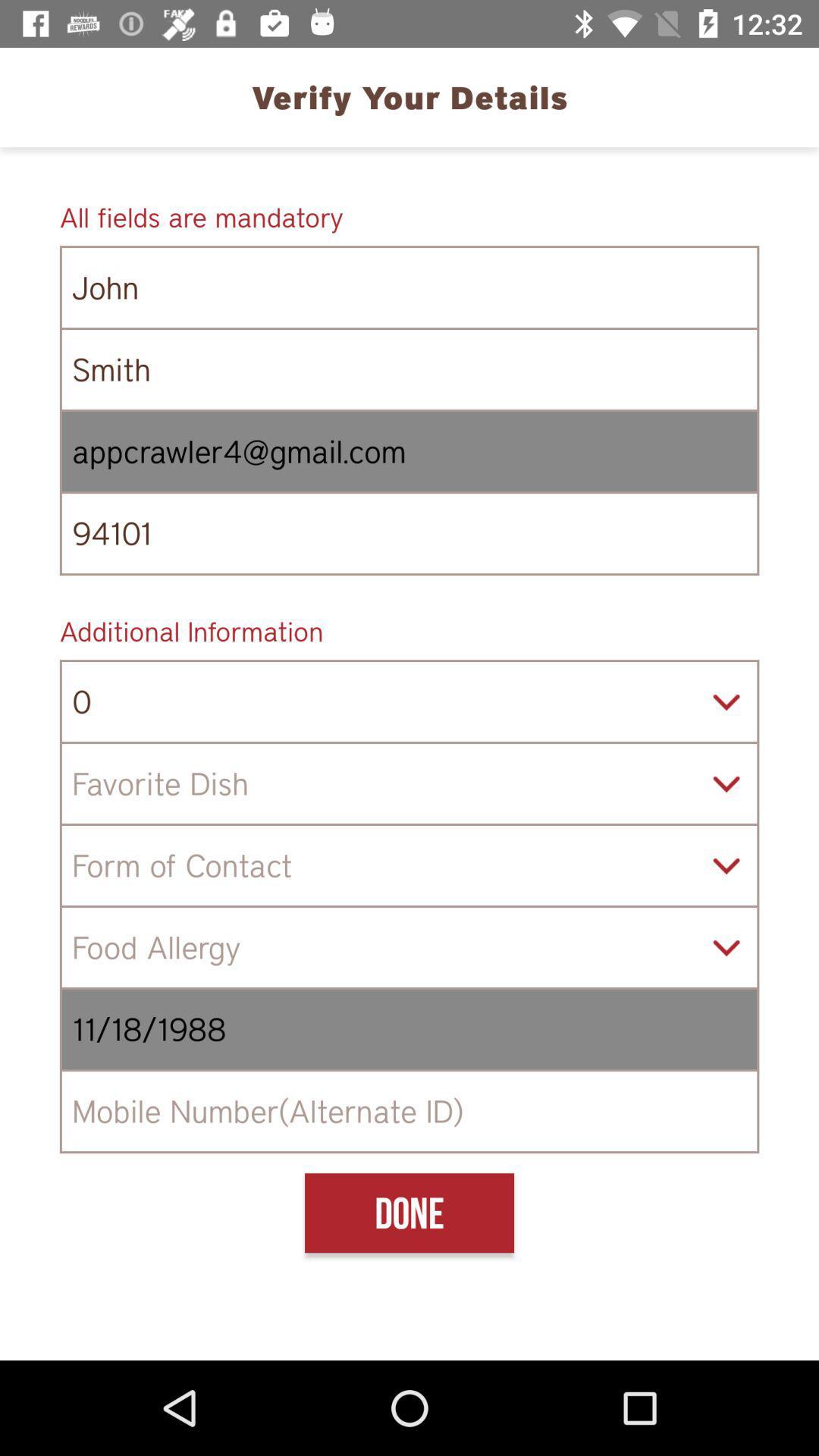 The height and width of the screenshot is (1456, 819). What do you see at coordinates (409, 533) in the screenshot?
I see `the item above additional information icon` at bounding box center [409, 533].